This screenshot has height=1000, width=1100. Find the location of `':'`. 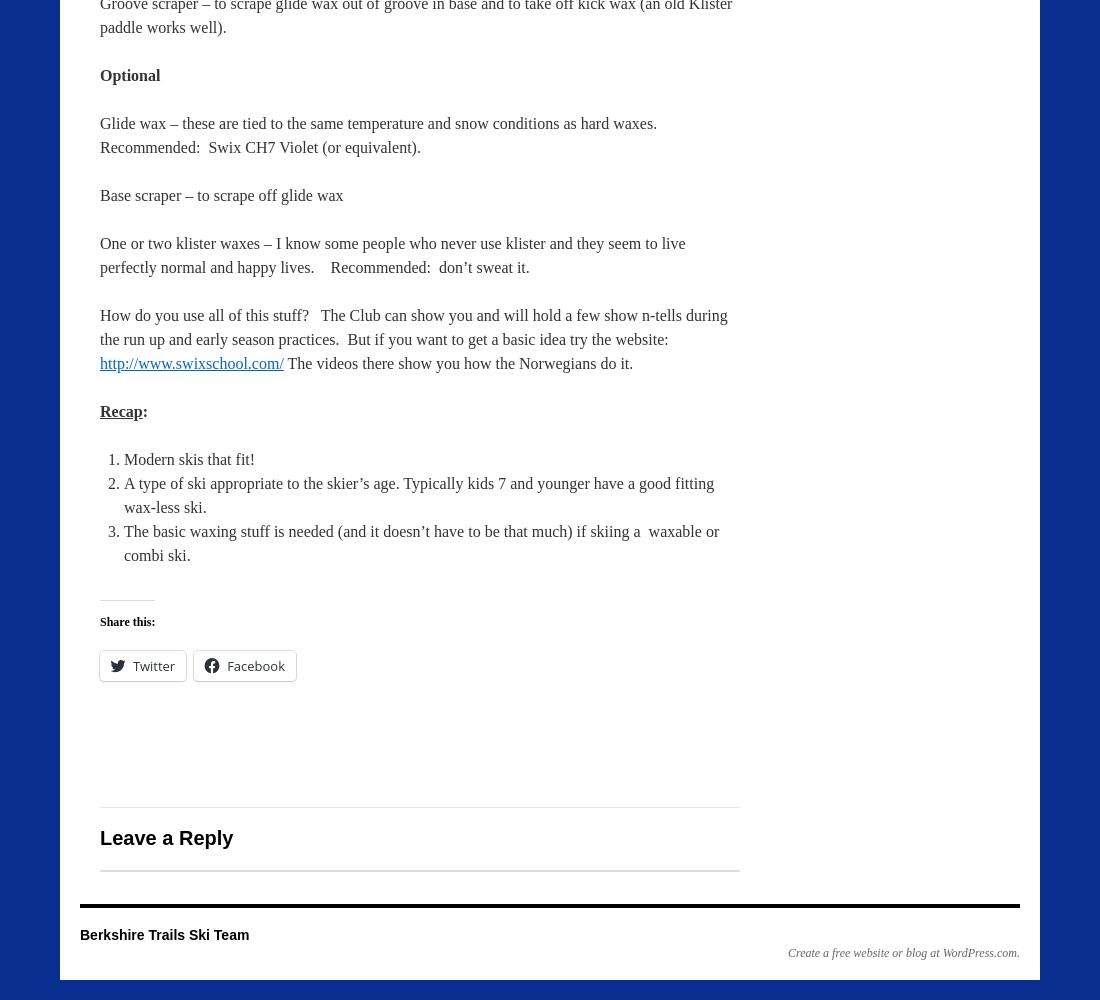

':' is located at coordinates (143, 411).